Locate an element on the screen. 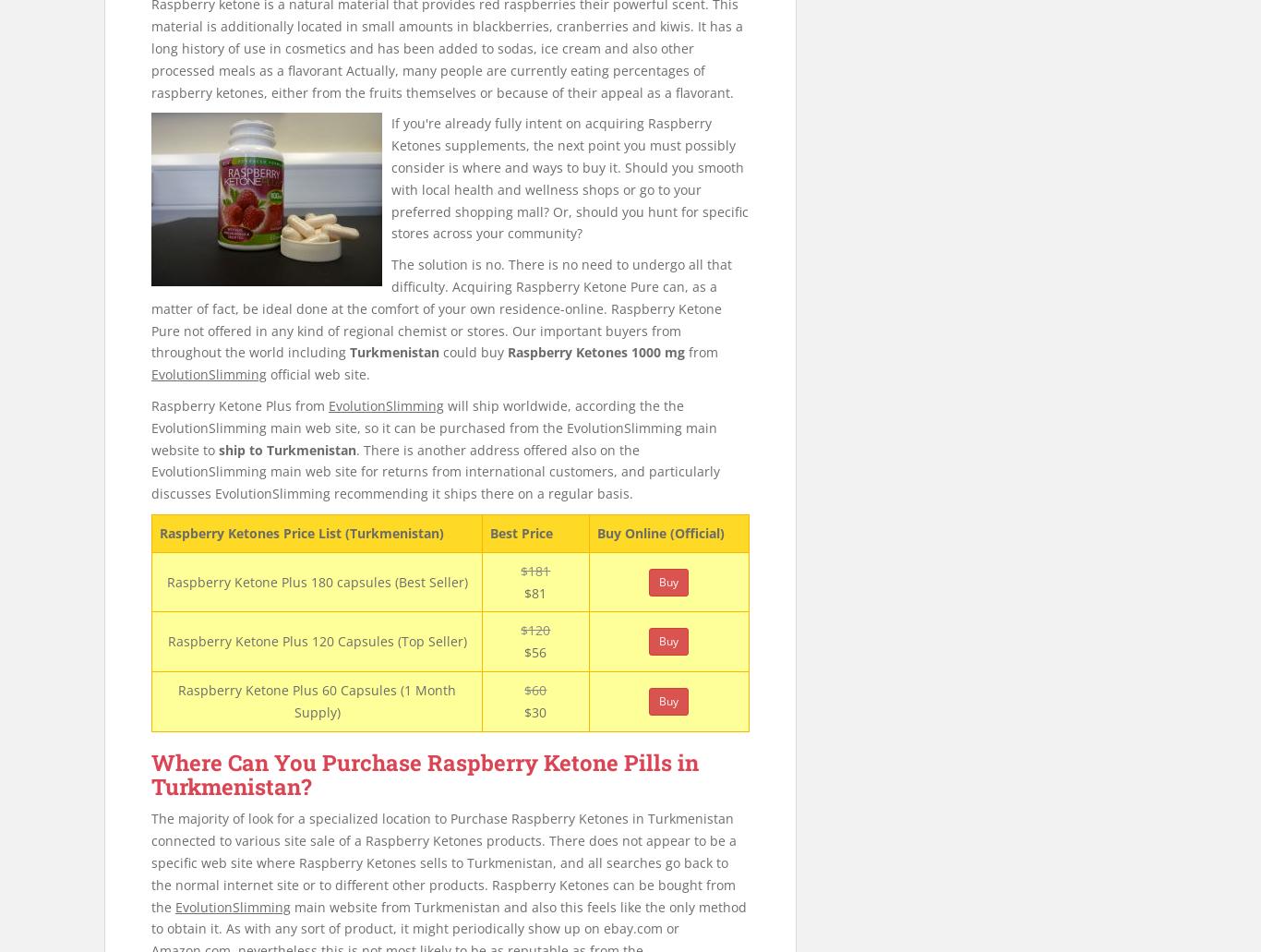 Image resolution: width=1261 pixels, height=952 pixels. 'could buy' is located at coordinates (473, 351).